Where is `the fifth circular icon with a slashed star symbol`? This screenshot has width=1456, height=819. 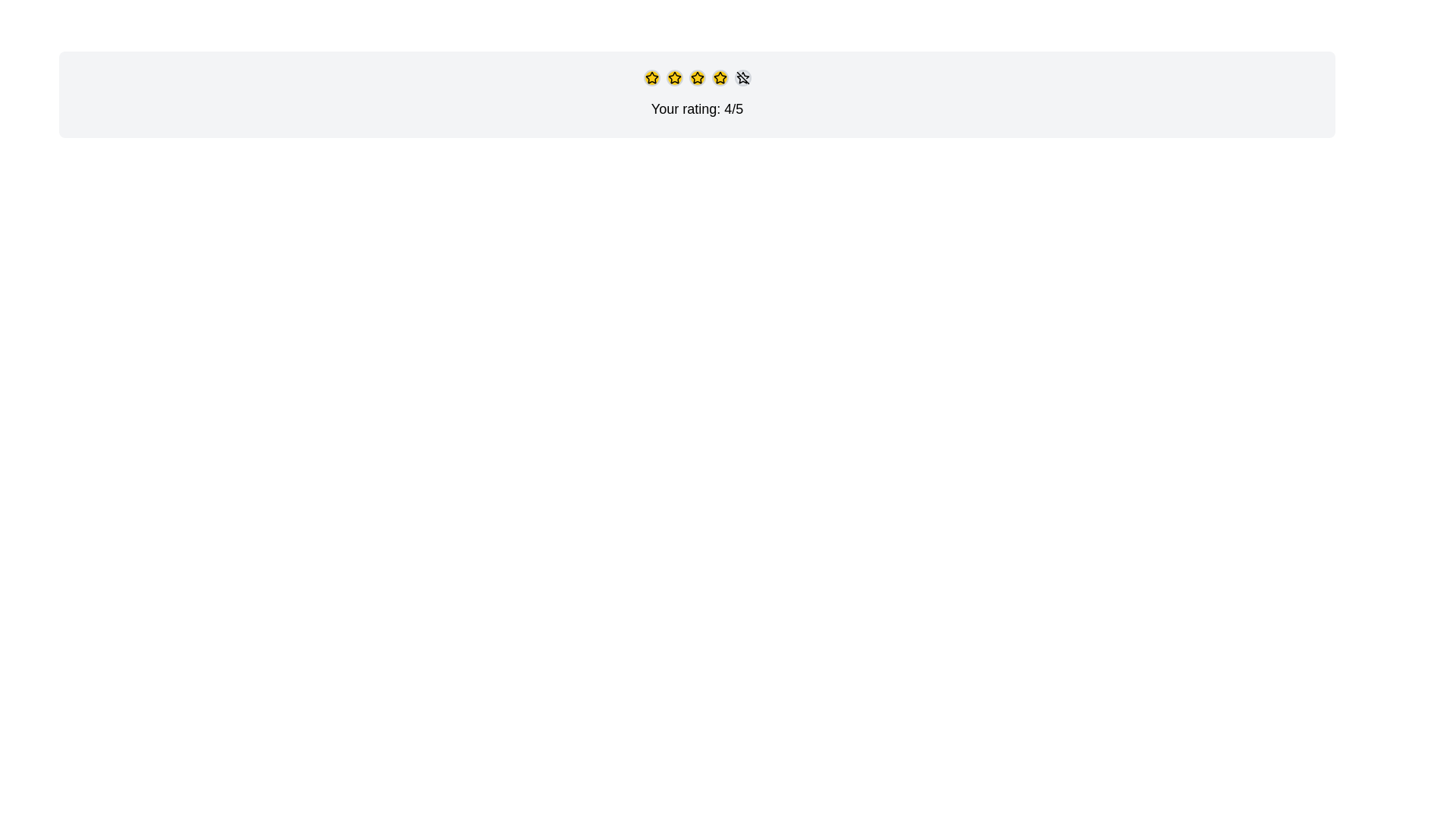
the fifth circular icon with a slashed star symbol is located at coordinates (742, 78).